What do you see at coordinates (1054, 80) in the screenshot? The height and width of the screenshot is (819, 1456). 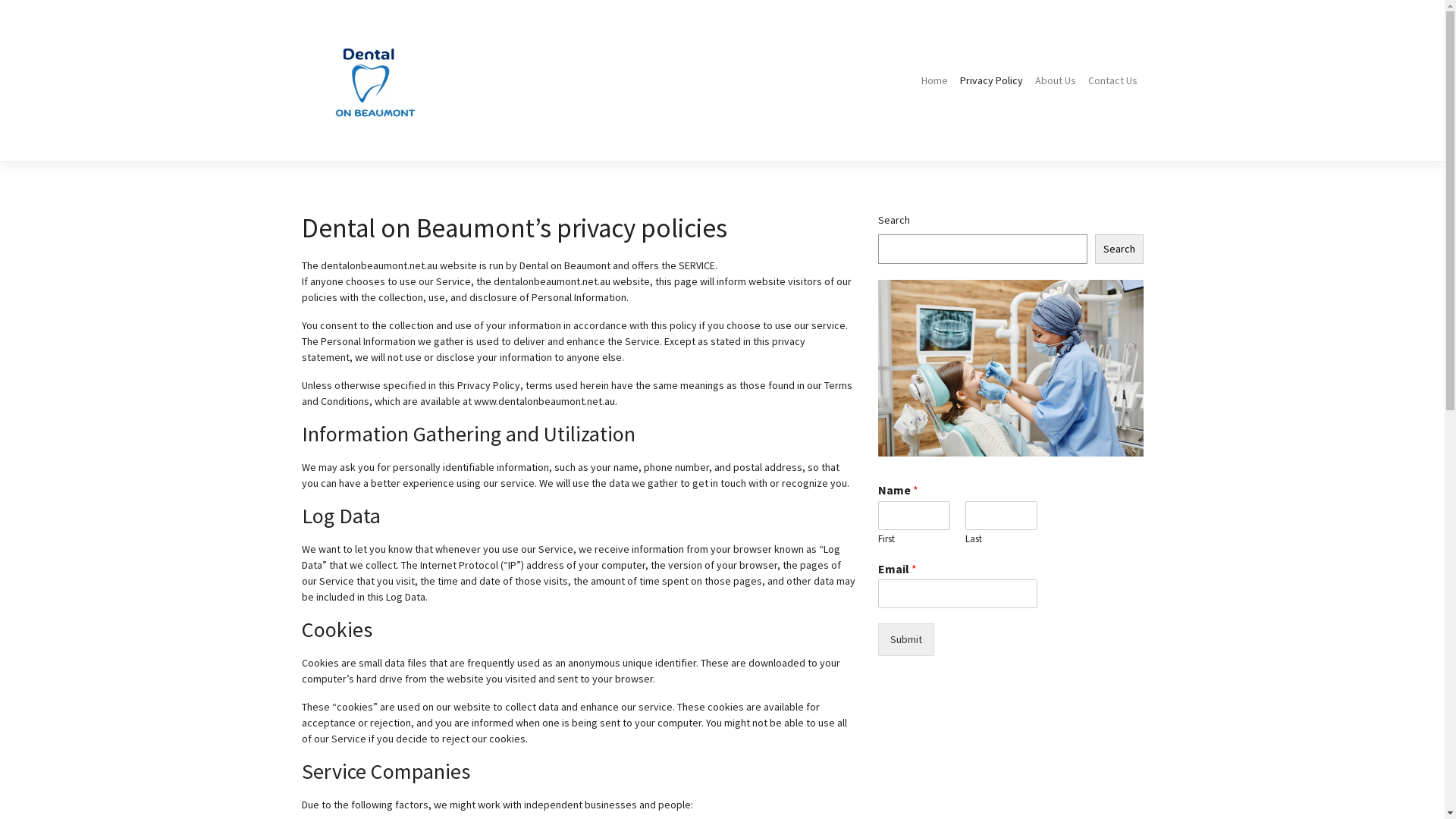 I see `'About Us'` at bounding box center [1054, 80].